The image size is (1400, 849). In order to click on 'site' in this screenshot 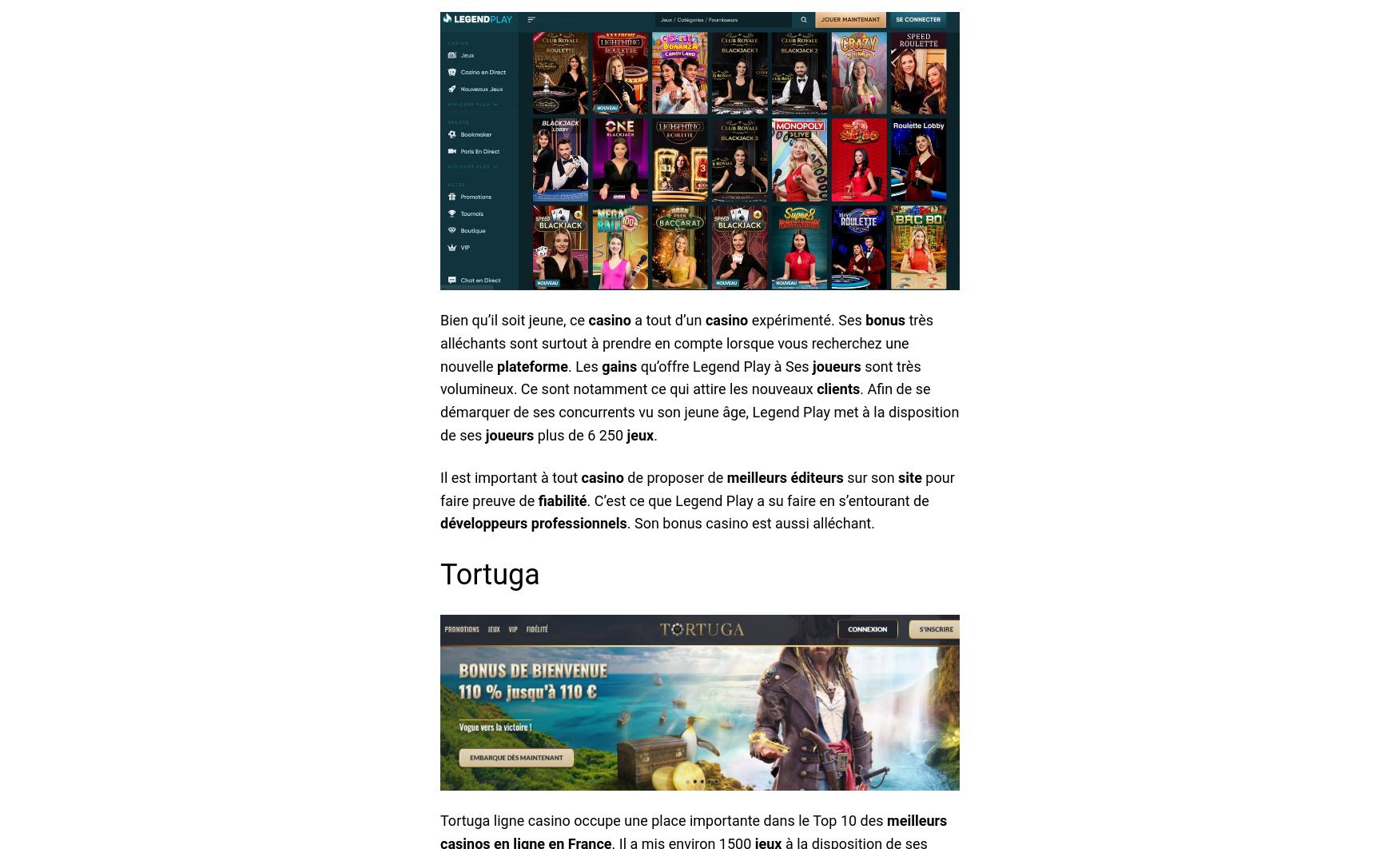, I will do `click(909, 476)`.